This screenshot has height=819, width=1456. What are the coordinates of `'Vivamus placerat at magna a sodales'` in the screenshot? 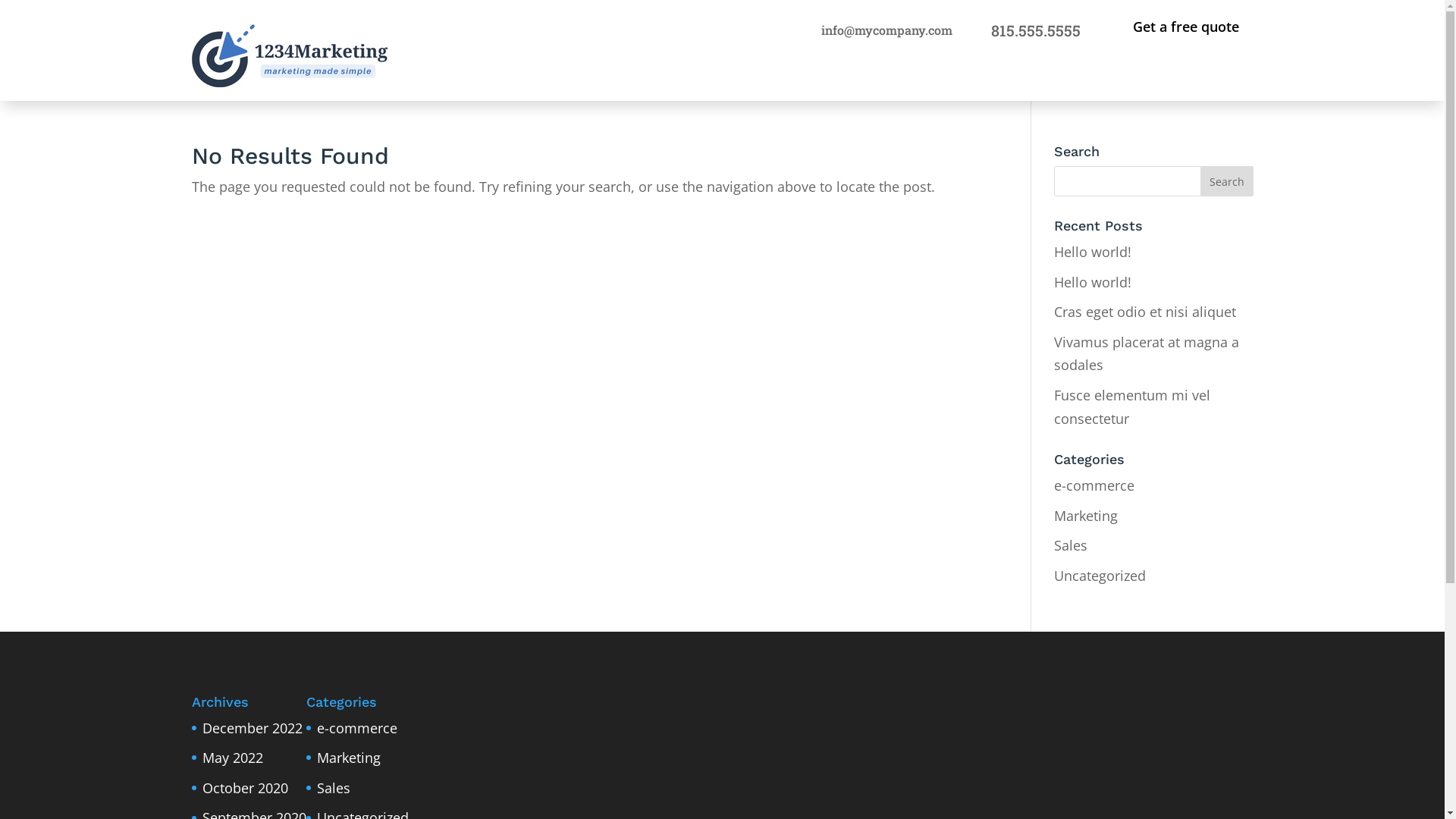 It's located at (1147, 353).